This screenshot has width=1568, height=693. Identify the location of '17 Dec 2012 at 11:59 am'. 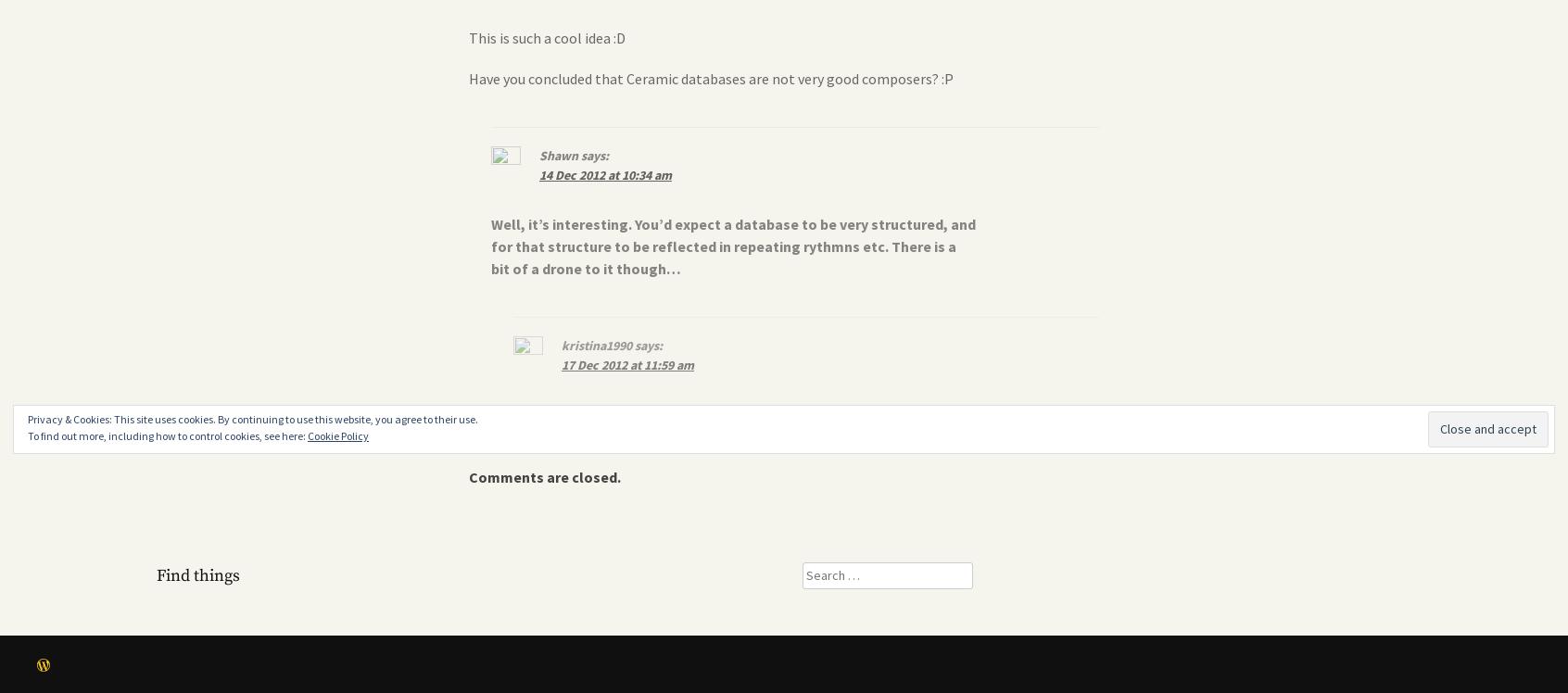
(627, 364).